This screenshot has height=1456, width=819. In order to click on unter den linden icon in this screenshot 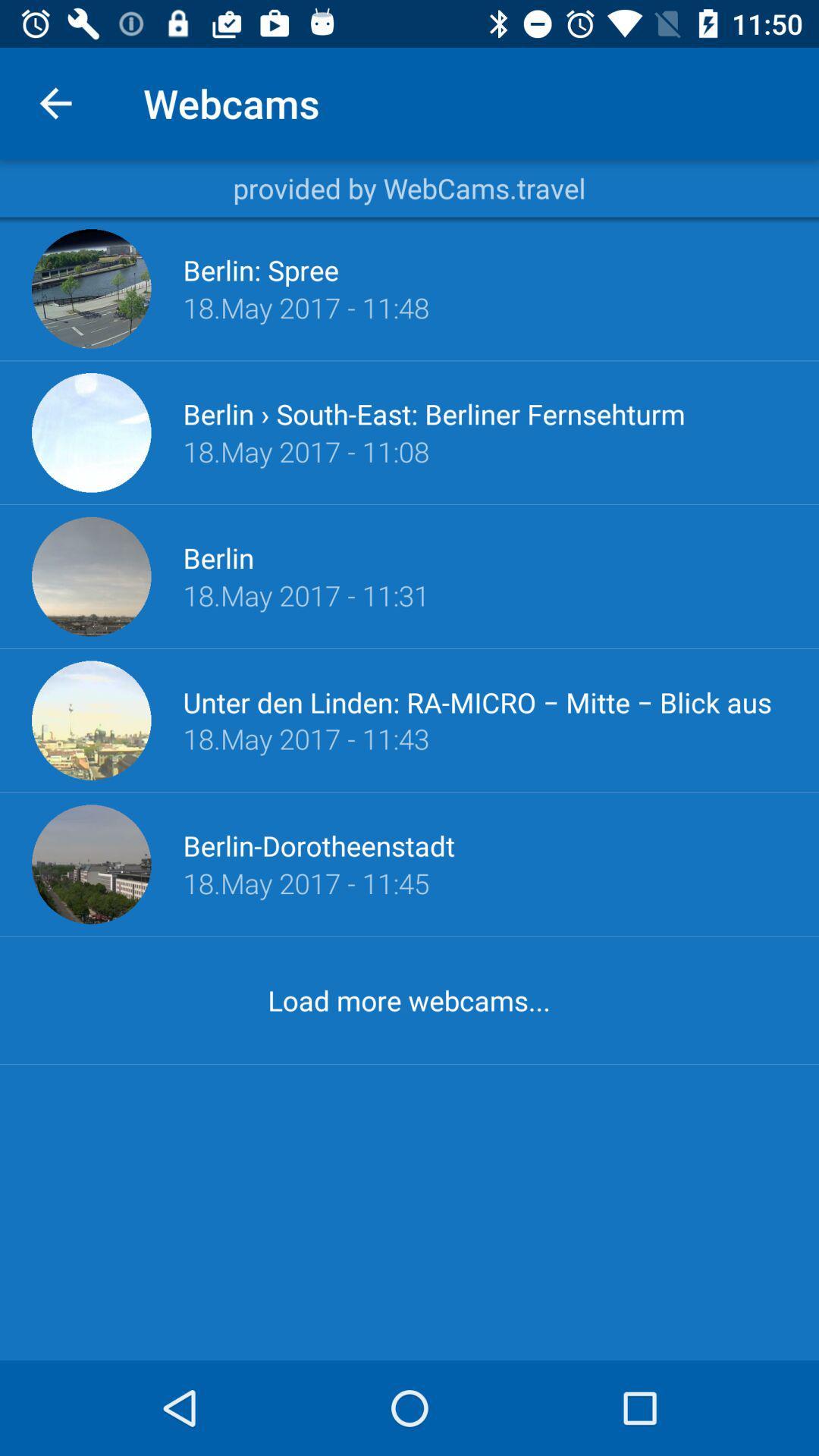, I will do `click(485, 701)`.